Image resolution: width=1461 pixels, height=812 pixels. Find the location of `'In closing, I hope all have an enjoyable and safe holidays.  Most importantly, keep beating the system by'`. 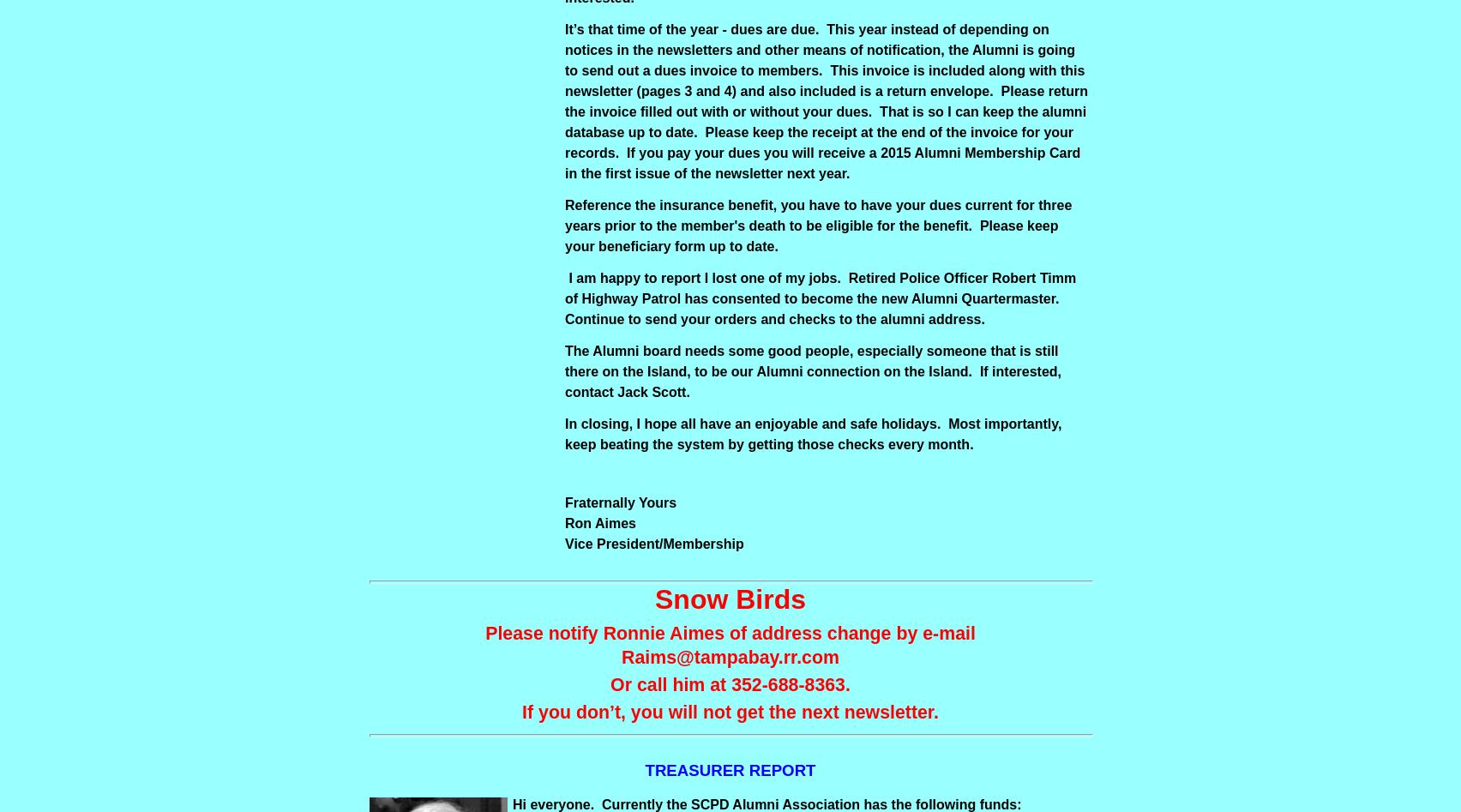

'In closing, I hope all have an enjoyable and safe holidays.  Most importantly, keep beating the system by' is located at coordinates (813, 433).